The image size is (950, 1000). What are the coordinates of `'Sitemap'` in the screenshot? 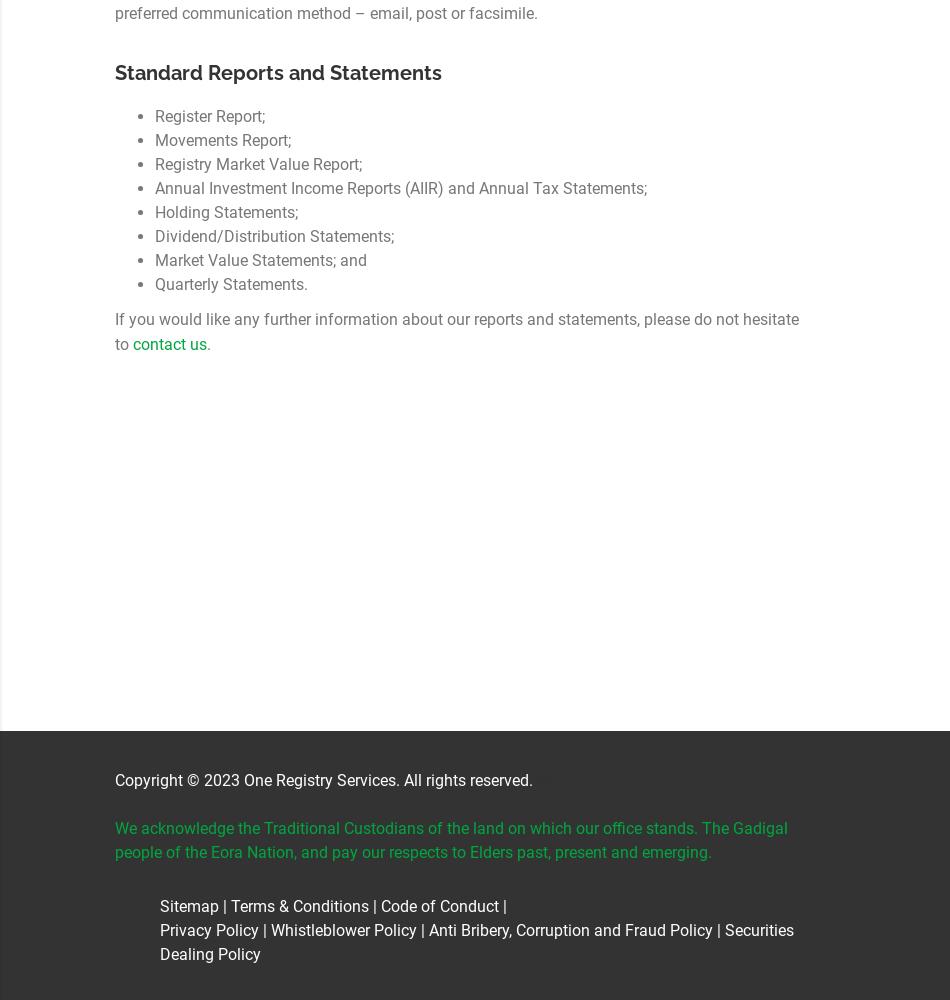 It's located at (159, 906).